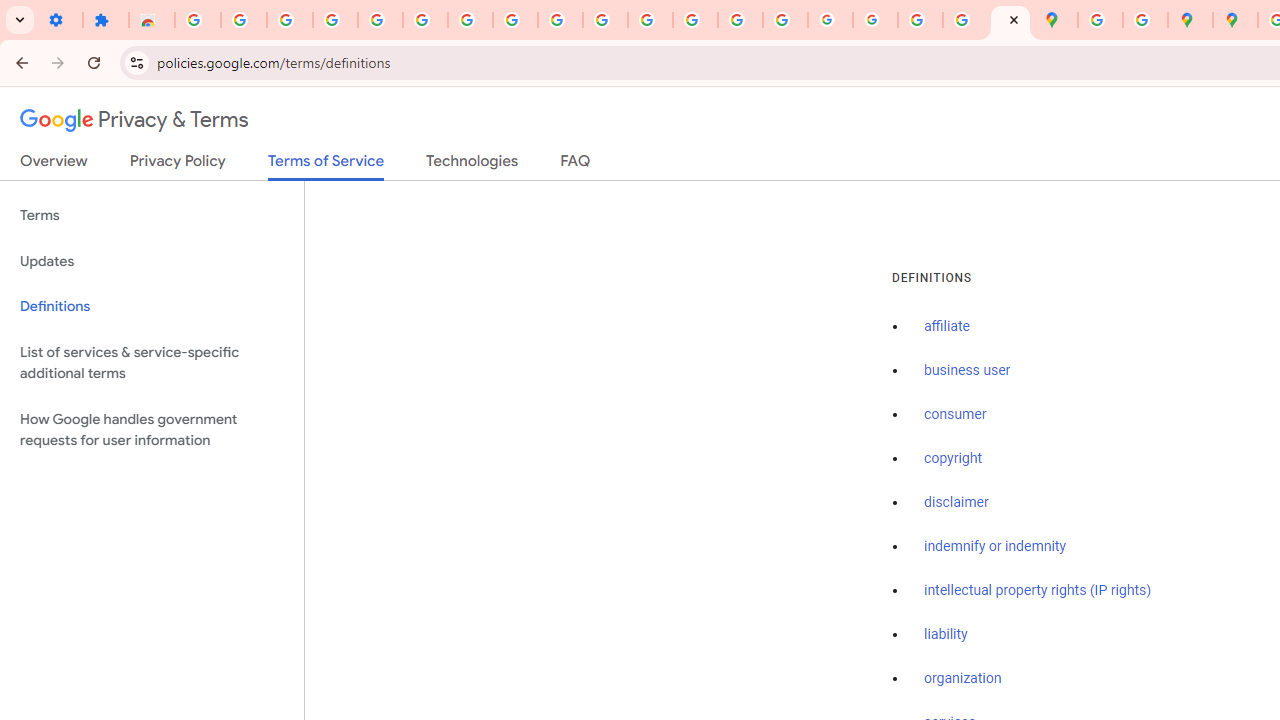  I want to click on 'YouTube', so click(560, 20).